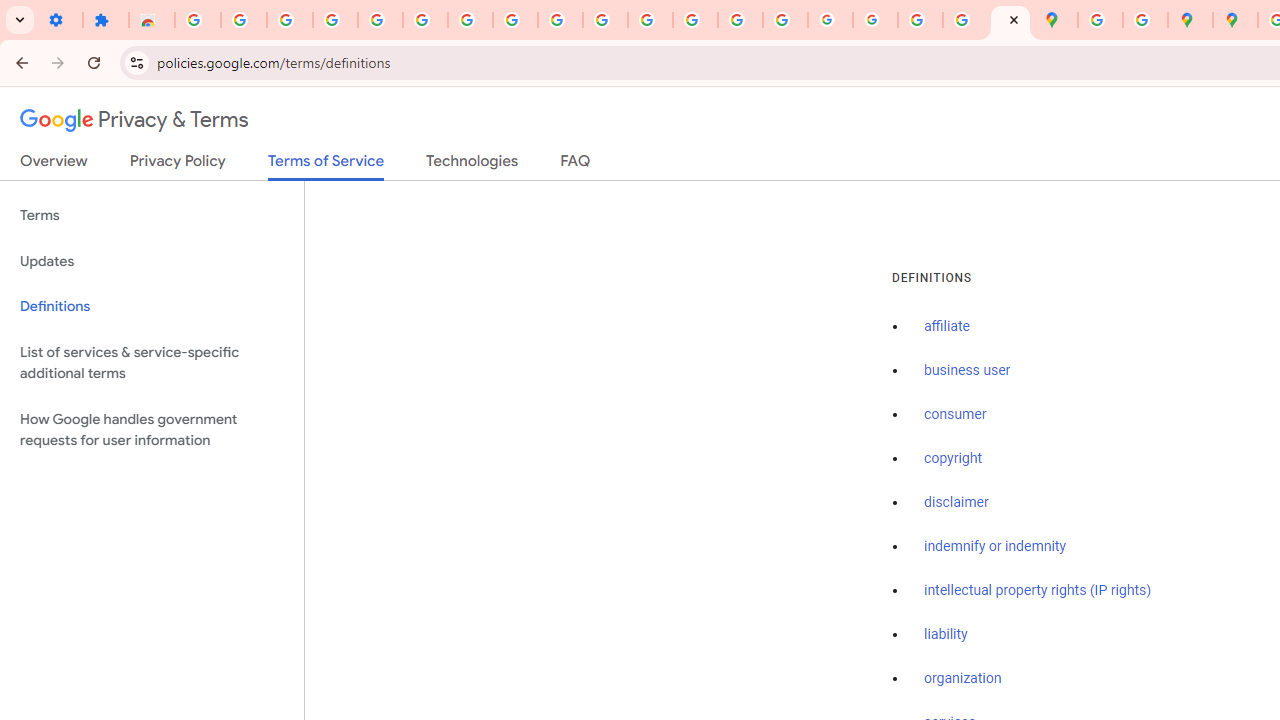  I want to click on 'YouTube', so click(560, 20).